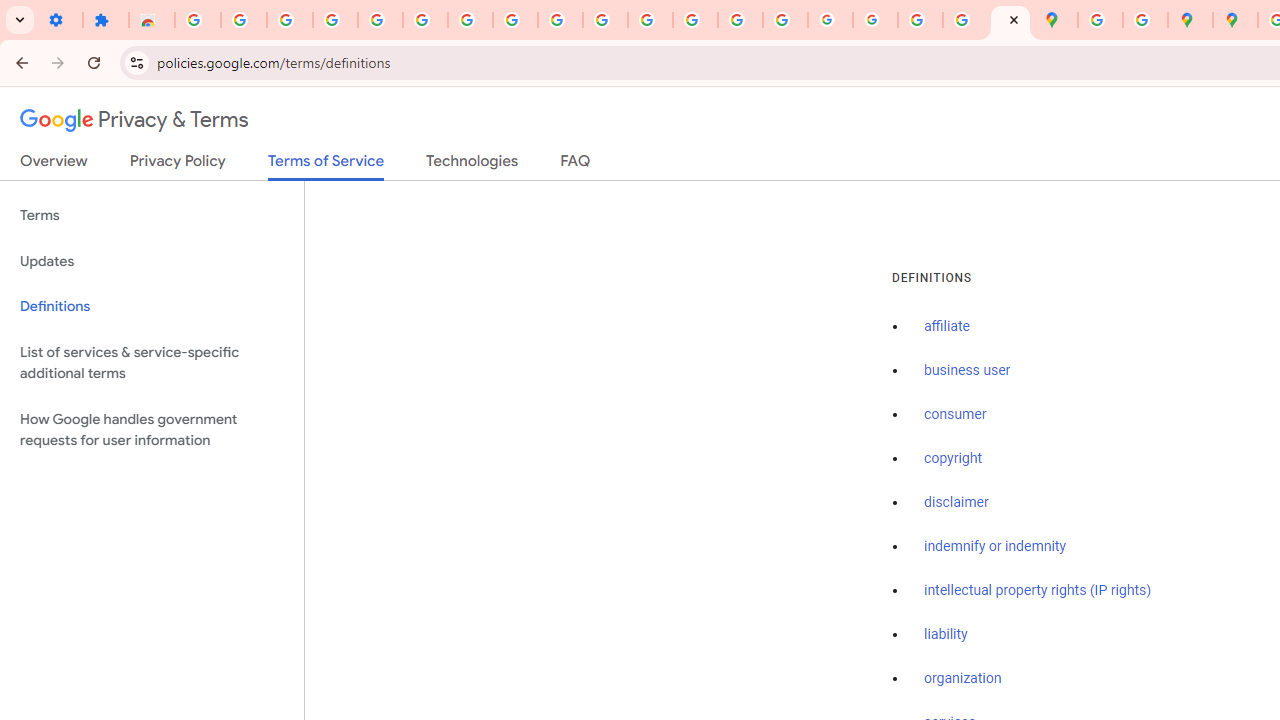  I want to click on 'YouTube', so click(560, 20).